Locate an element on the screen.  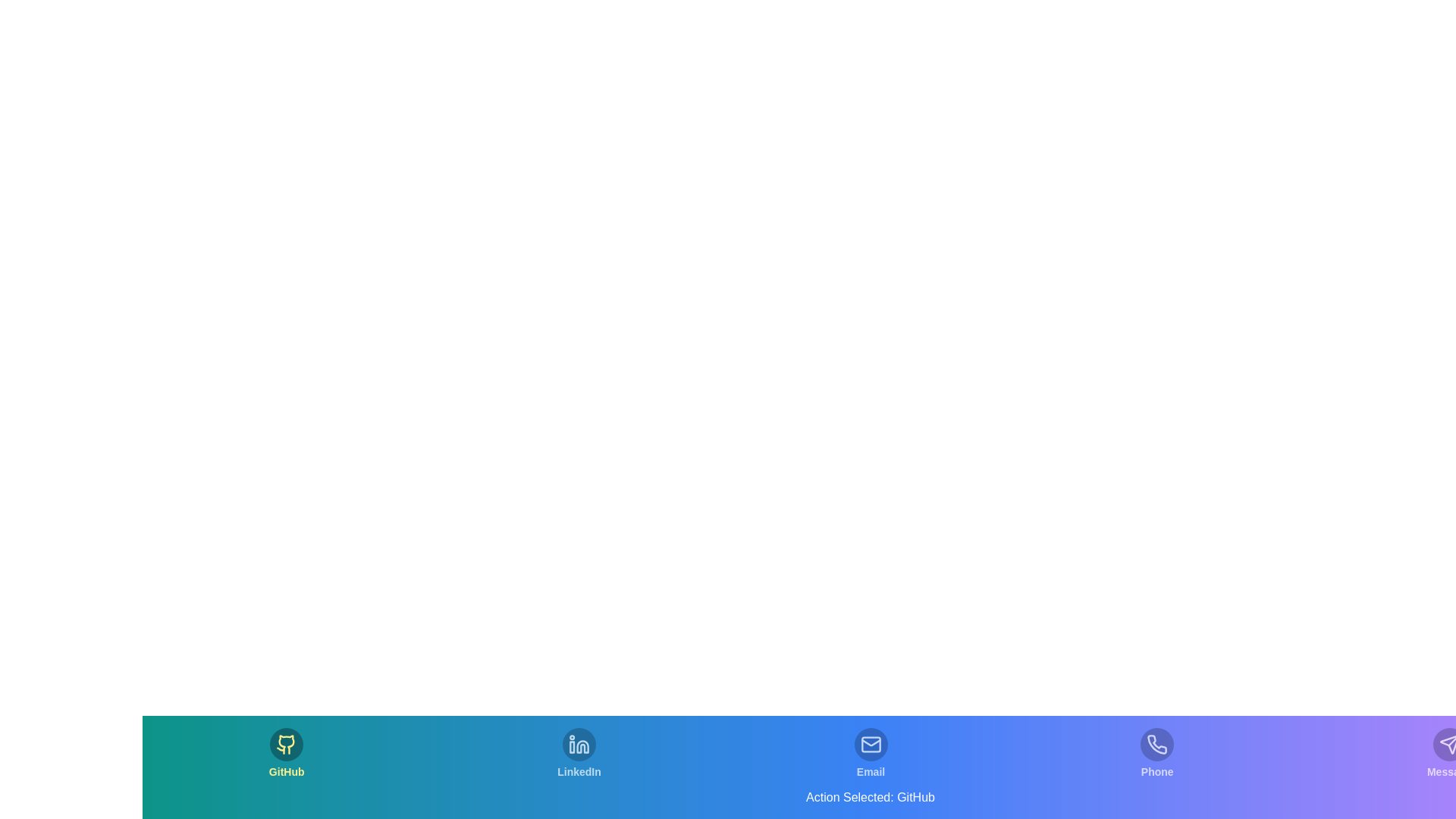
the tab corresponding to GitHub to observe the action text update is located at coordinates (287, 754).